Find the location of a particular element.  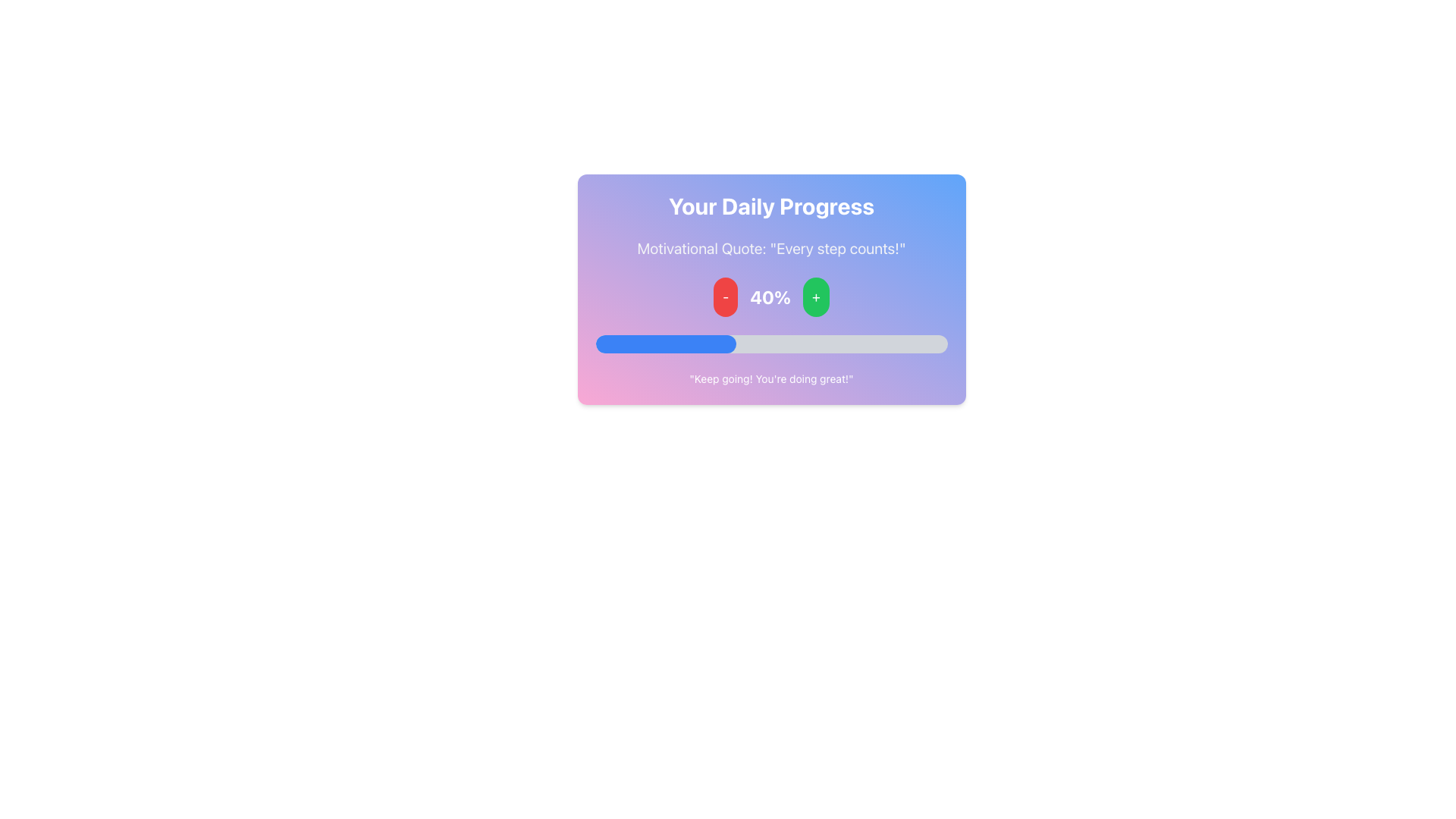

the filled portion of the progress bar segment that visually conveys task completion, located within the 'Your Daily Progress' card layout is located at coordinates (666, 344).